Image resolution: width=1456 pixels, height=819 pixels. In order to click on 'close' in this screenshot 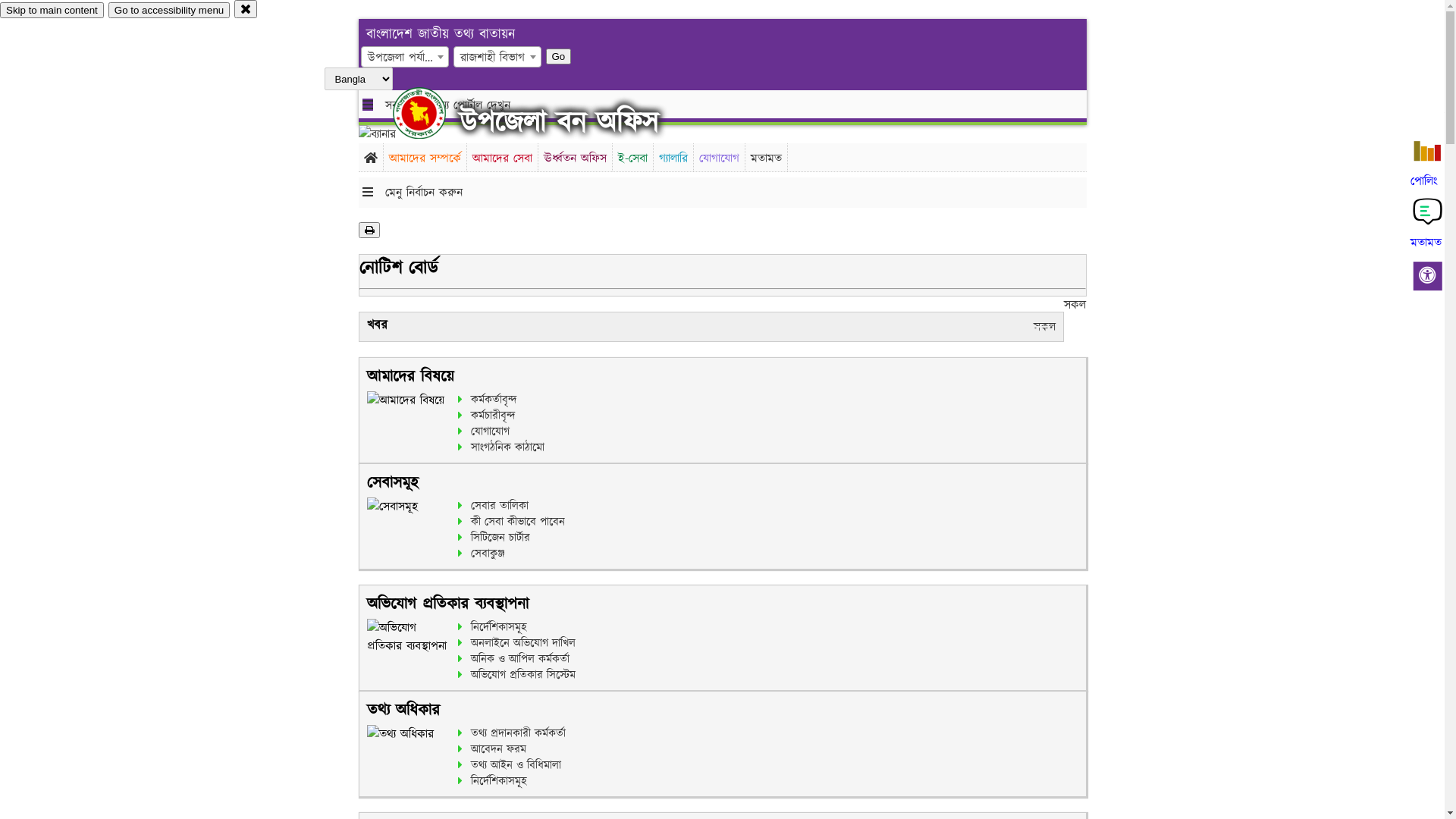, I will do `click(246, 8)`.